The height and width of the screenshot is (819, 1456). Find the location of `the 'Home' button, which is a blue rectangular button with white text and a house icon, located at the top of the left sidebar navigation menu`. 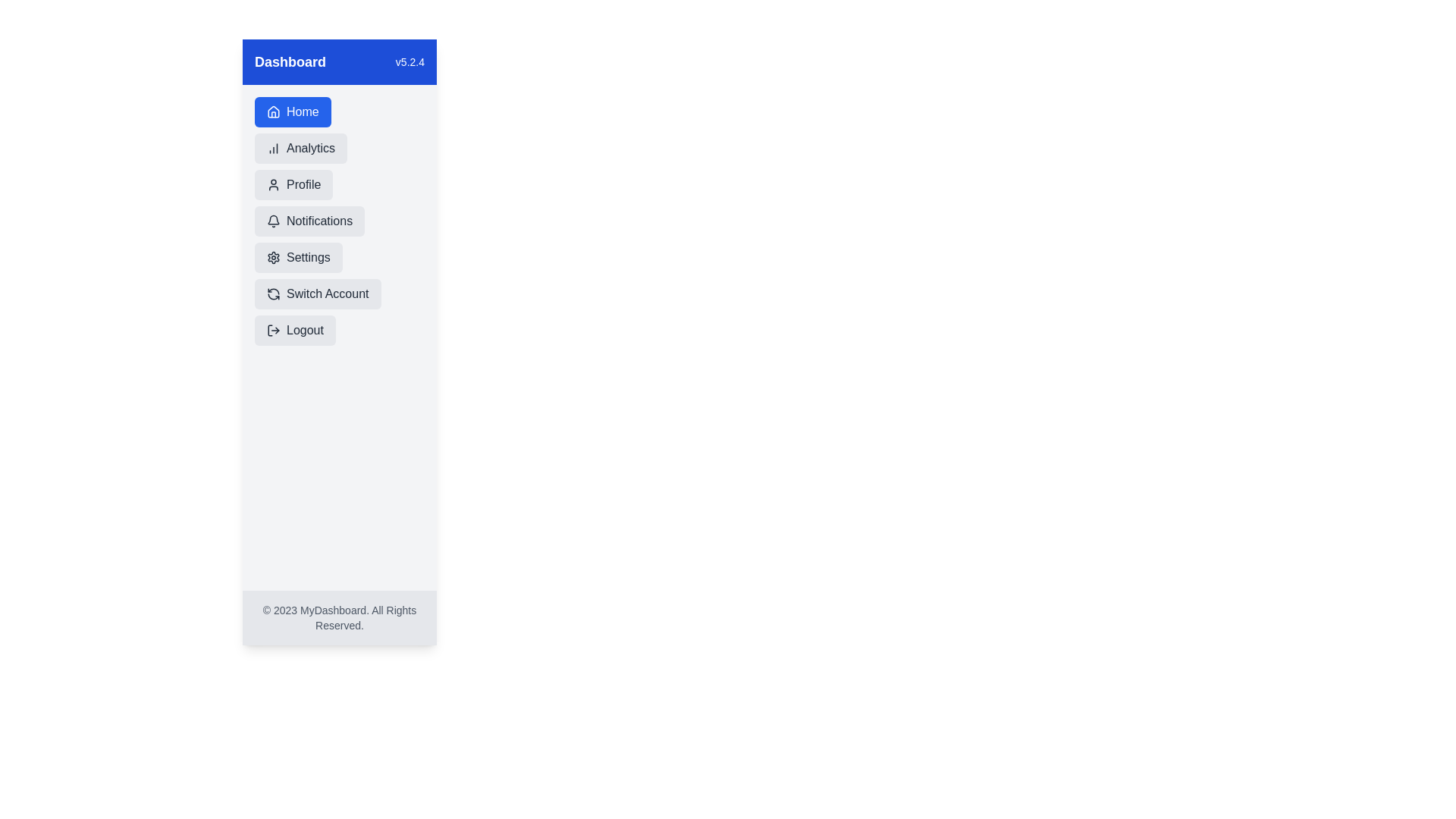

the 'Home' button, which is a blue rectangular button with white text and a house icon, located at the top of the left sidebar navigation menu is located at coordinates (293, 111).